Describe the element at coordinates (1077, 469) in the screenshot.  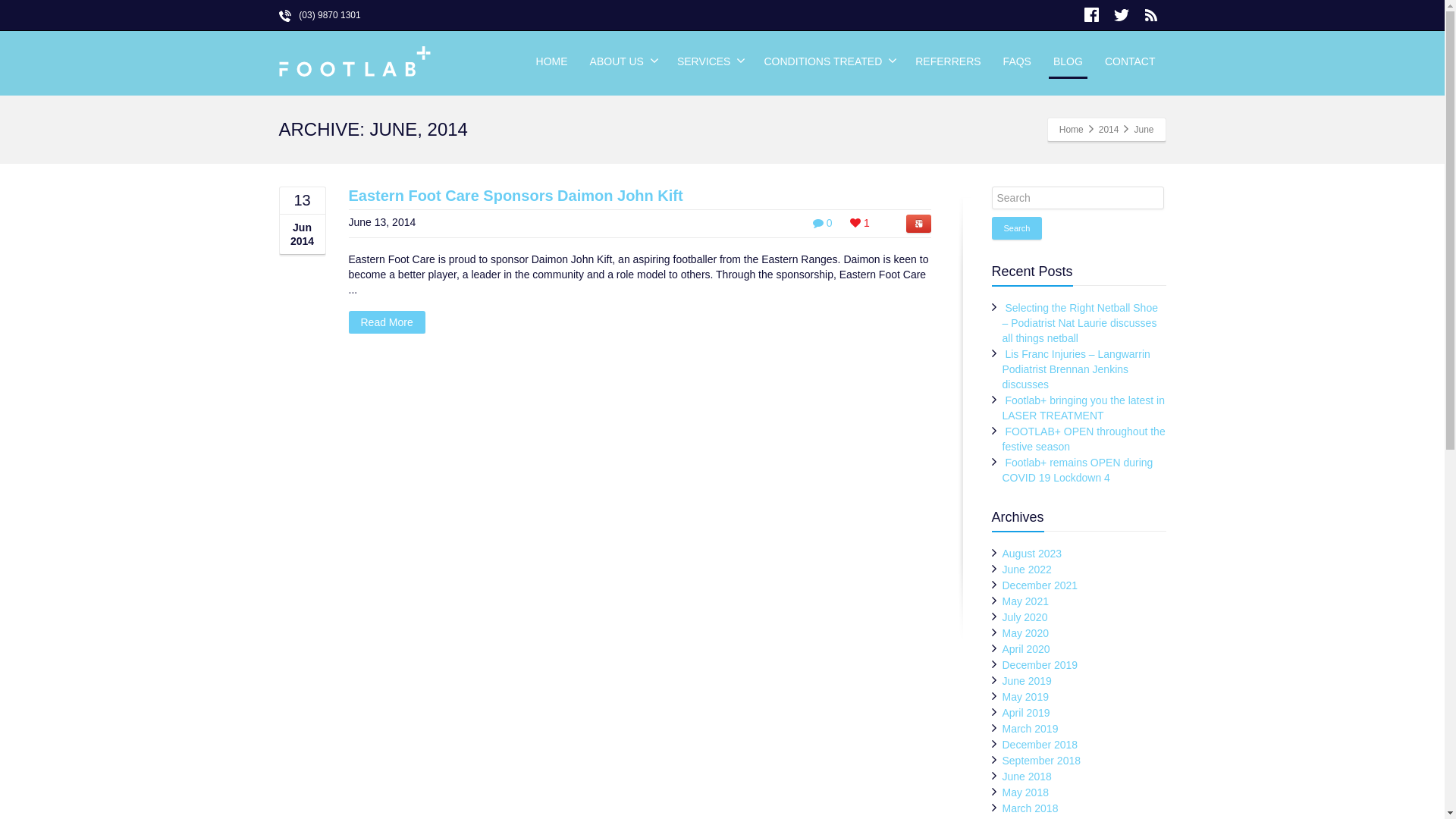
I see `'Footlab+ remains OPEN during COVID 19 Lockdown 4'` at that location.